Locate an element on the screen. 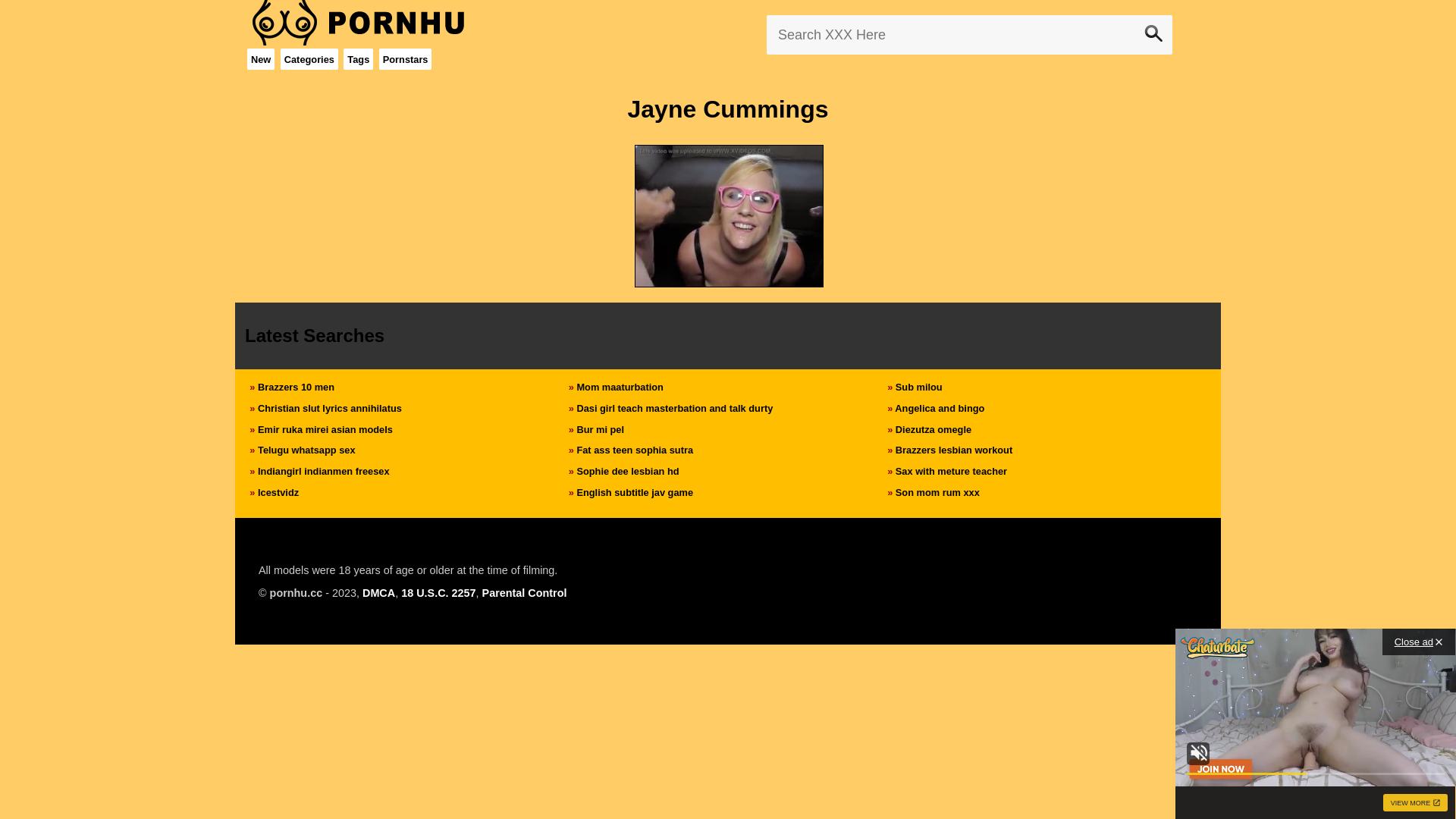  'Icestvidz' is located at coordinates (278, 492).